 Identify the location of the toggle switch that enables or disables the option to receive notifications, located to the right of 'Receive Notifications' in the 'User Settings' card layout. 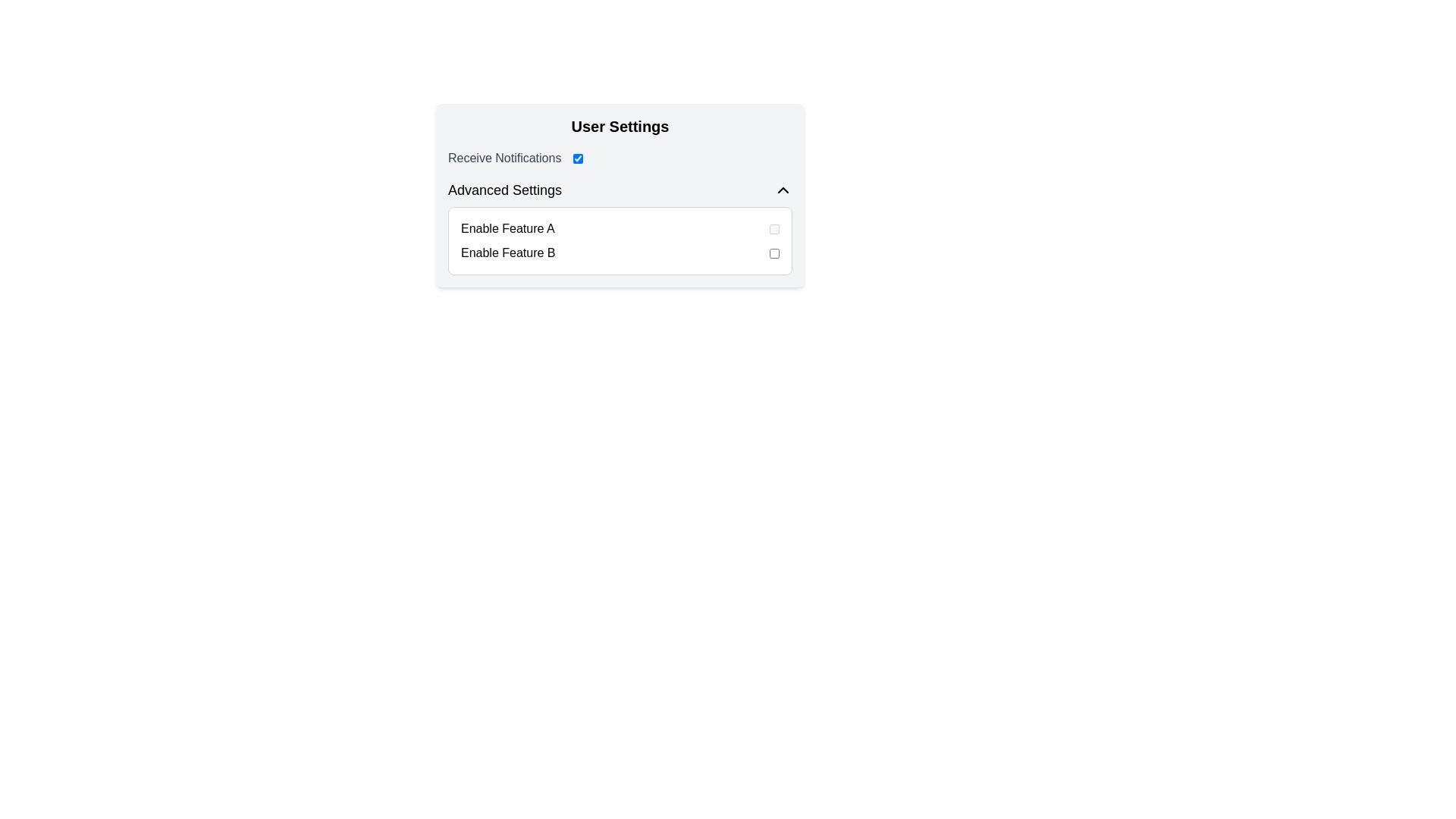
(577, 158).